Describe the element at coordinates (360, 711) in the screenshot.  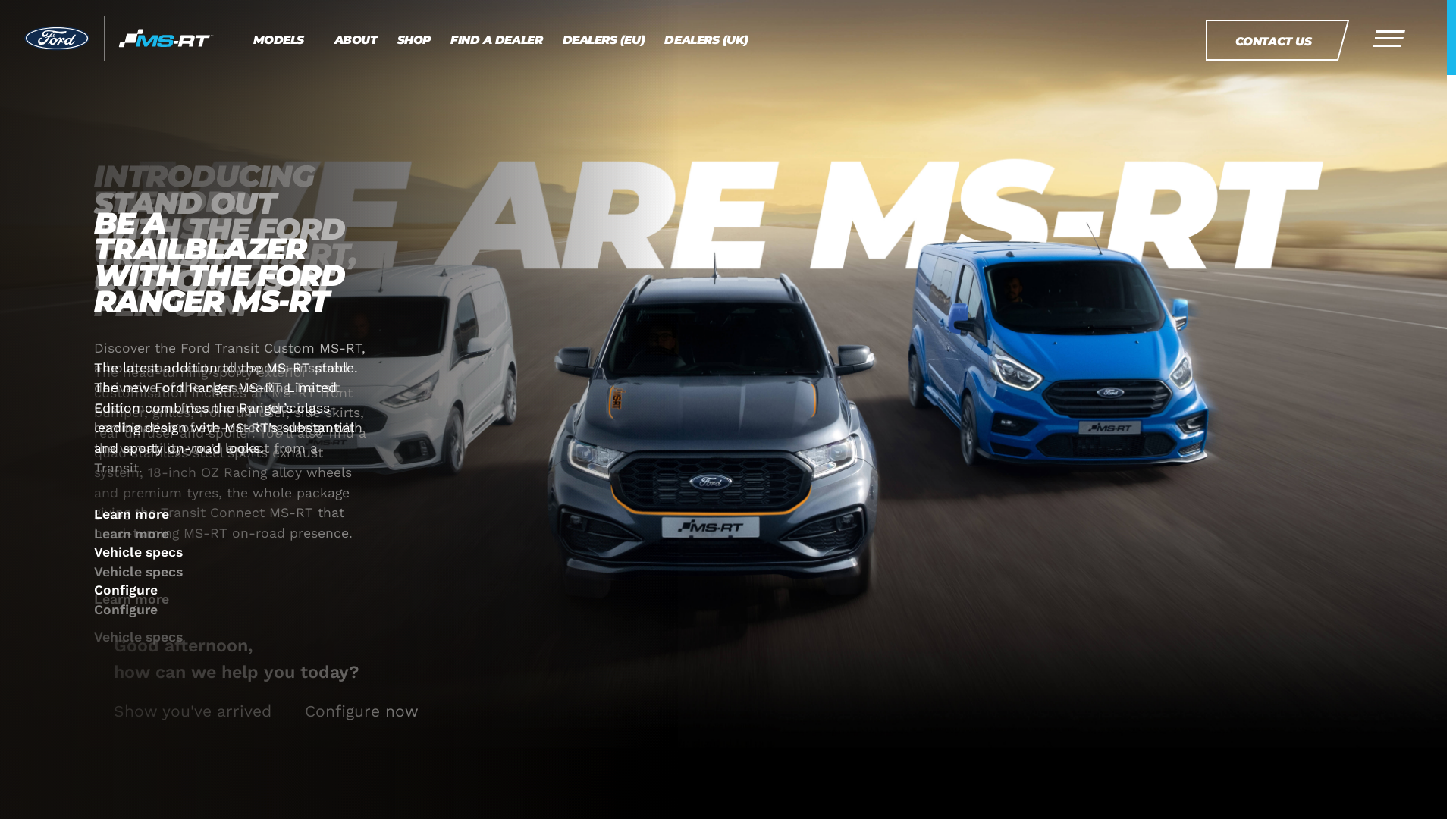
I see `'Configure now'` at that location.